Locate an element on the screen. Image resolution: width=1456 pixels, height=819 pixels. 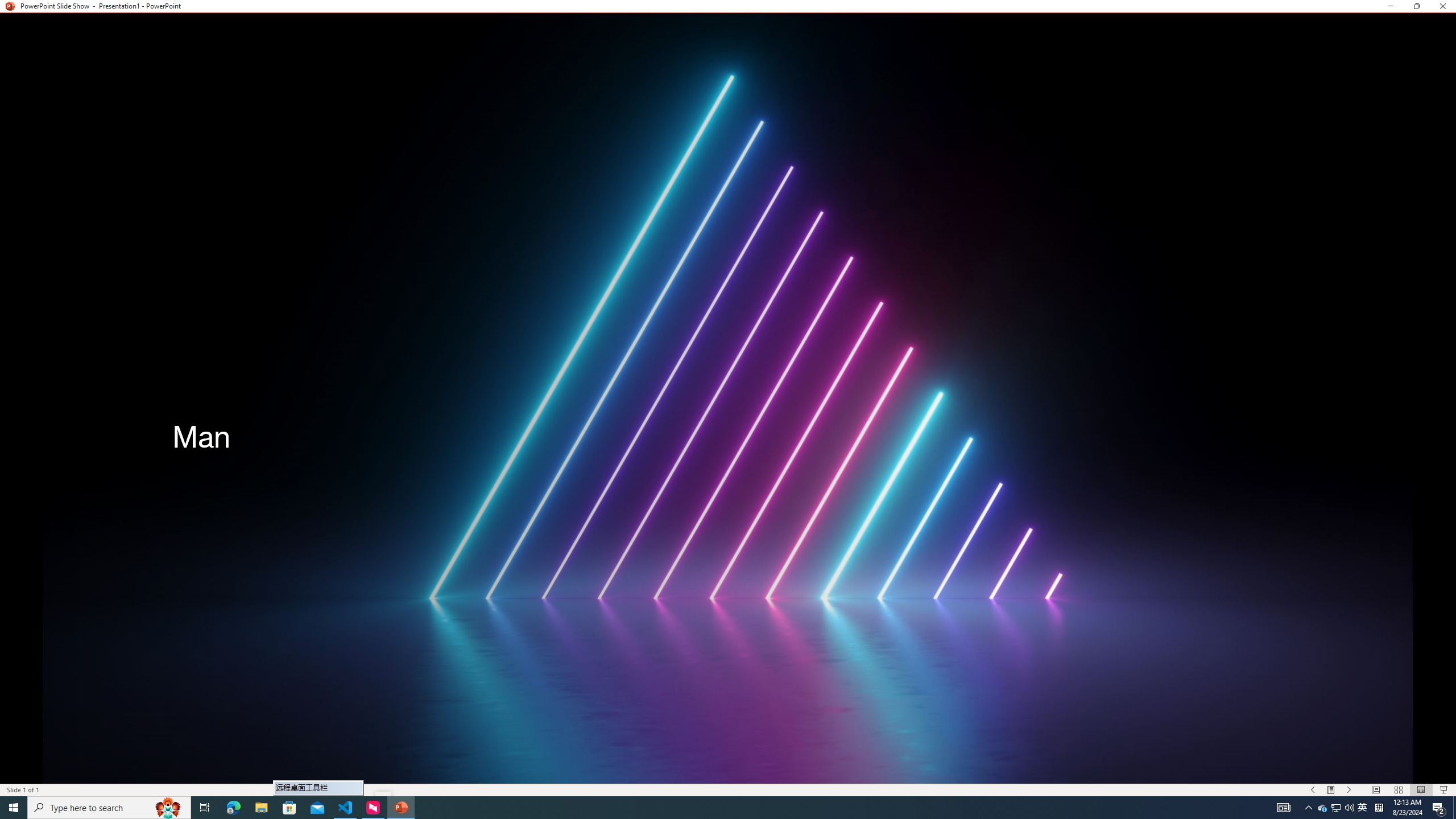
'Slide Show Next On' is located at coordinates (1349, 790).